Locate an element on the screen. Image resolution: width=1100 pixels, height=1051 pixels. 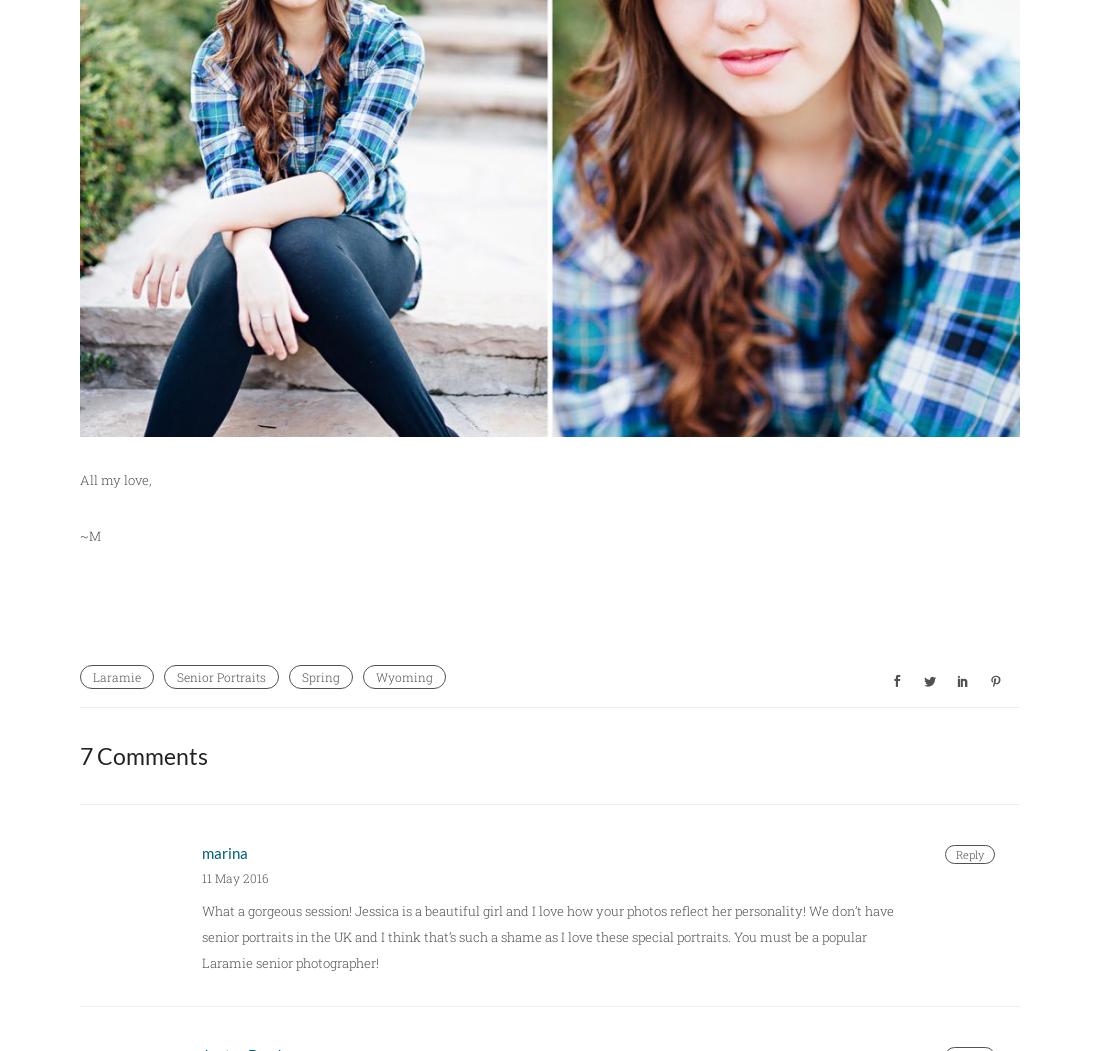
'~M' is located at coordinates (90, 535).